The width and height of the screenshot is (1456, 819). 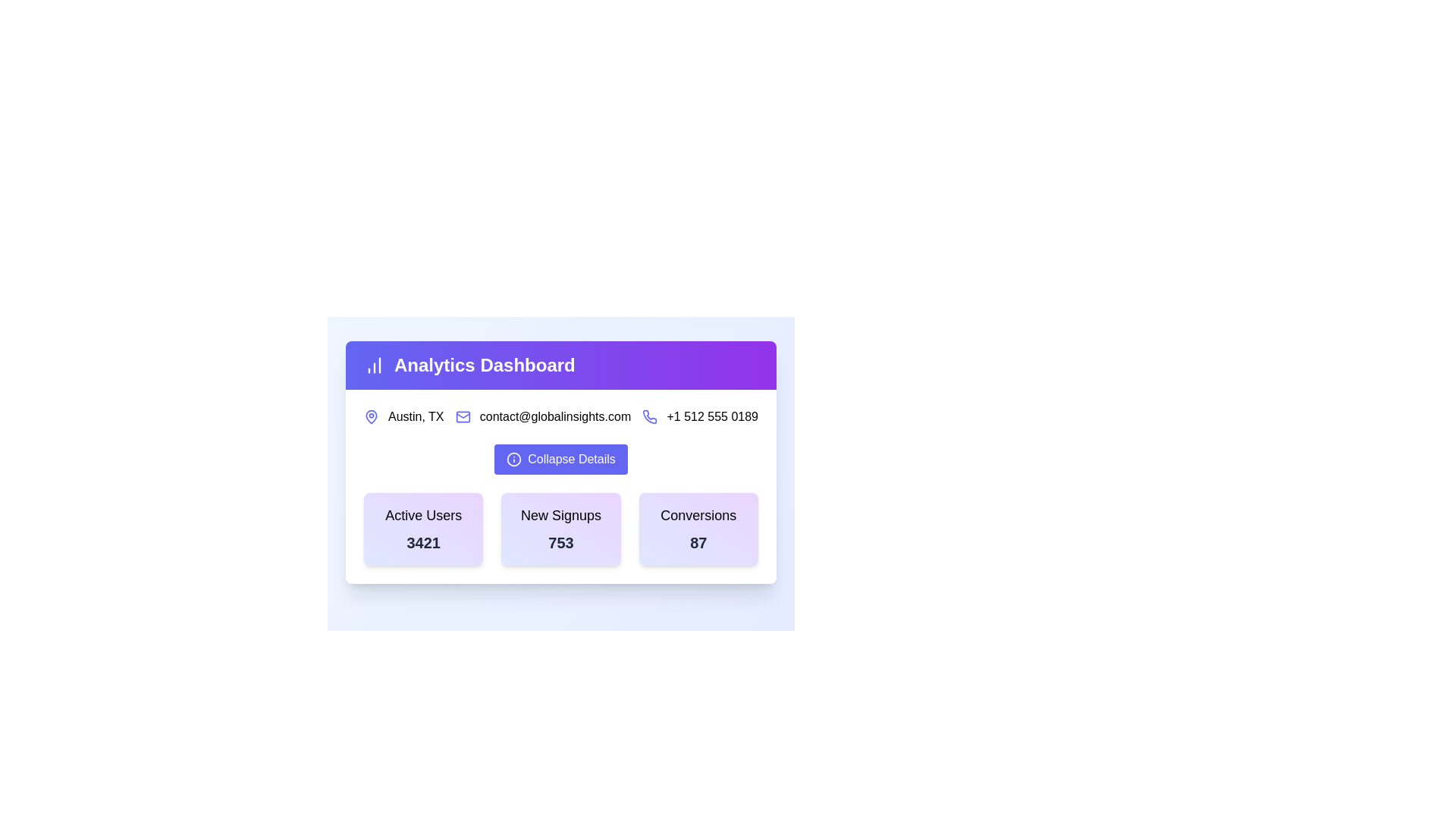 I want to click on the 'Conversions' static informational panel, which features a gradient background and displays the number '87' in bold uppercase, located at the bottom-right corner of the grid layout, so click(x=698, y=529).